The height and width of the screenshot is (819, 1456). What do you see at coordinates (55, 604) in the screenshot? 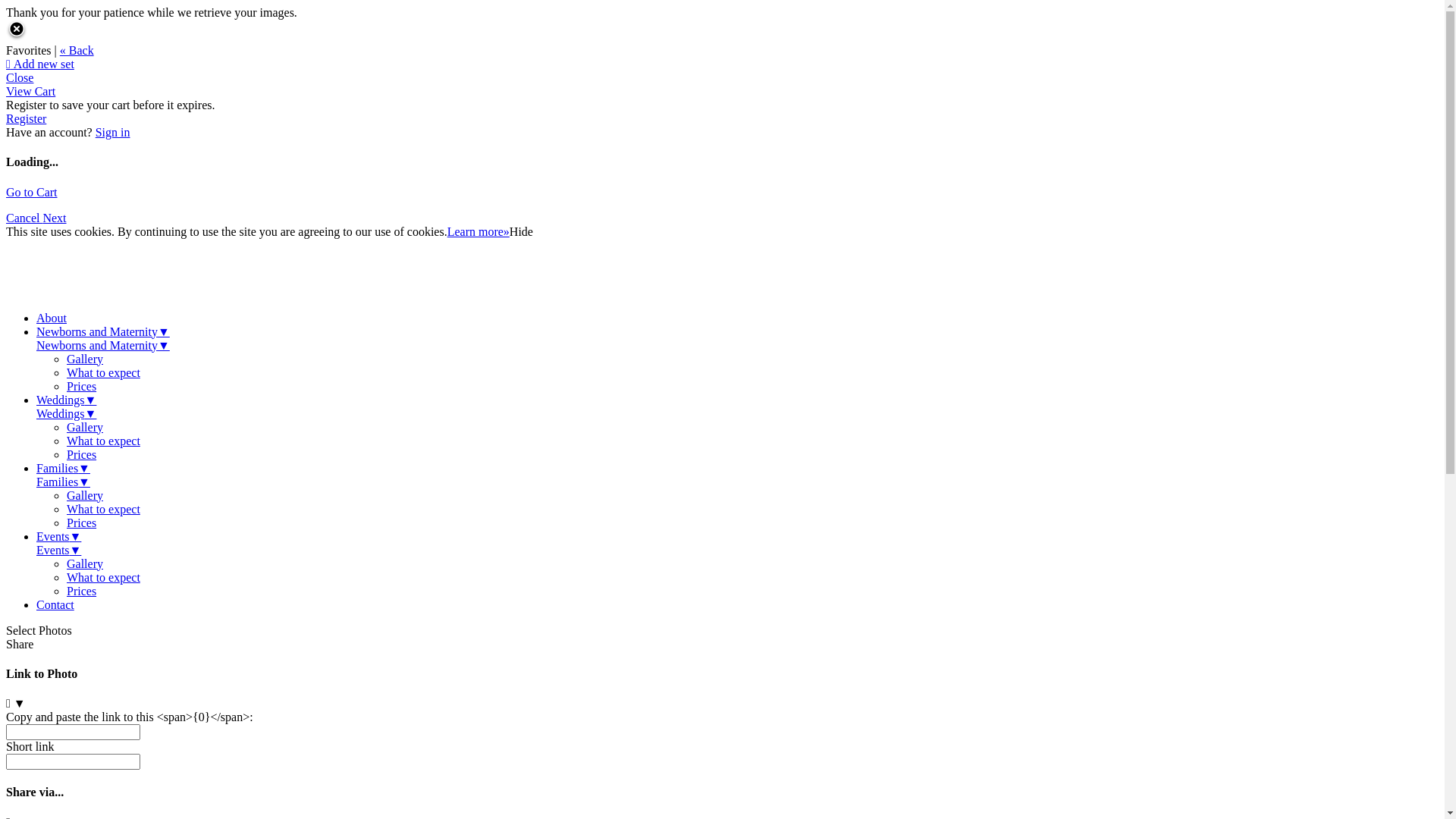
I see `'Contact'` at bounding box center [55, 604].